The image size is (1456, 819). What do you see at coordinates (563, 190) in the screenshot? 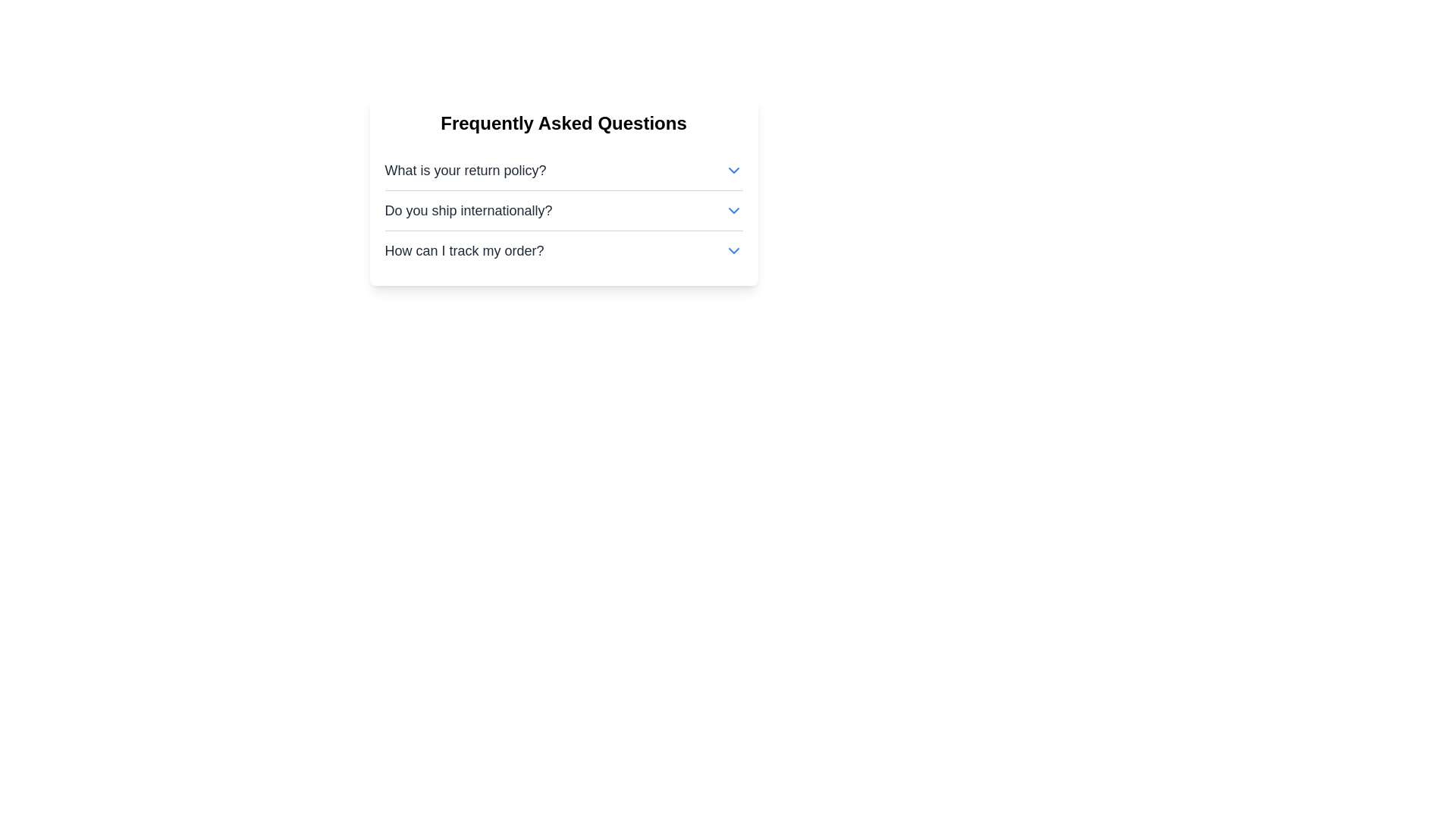
I see `the second item in the FAQ Expandable List Section` at bounding box center [563, 190].